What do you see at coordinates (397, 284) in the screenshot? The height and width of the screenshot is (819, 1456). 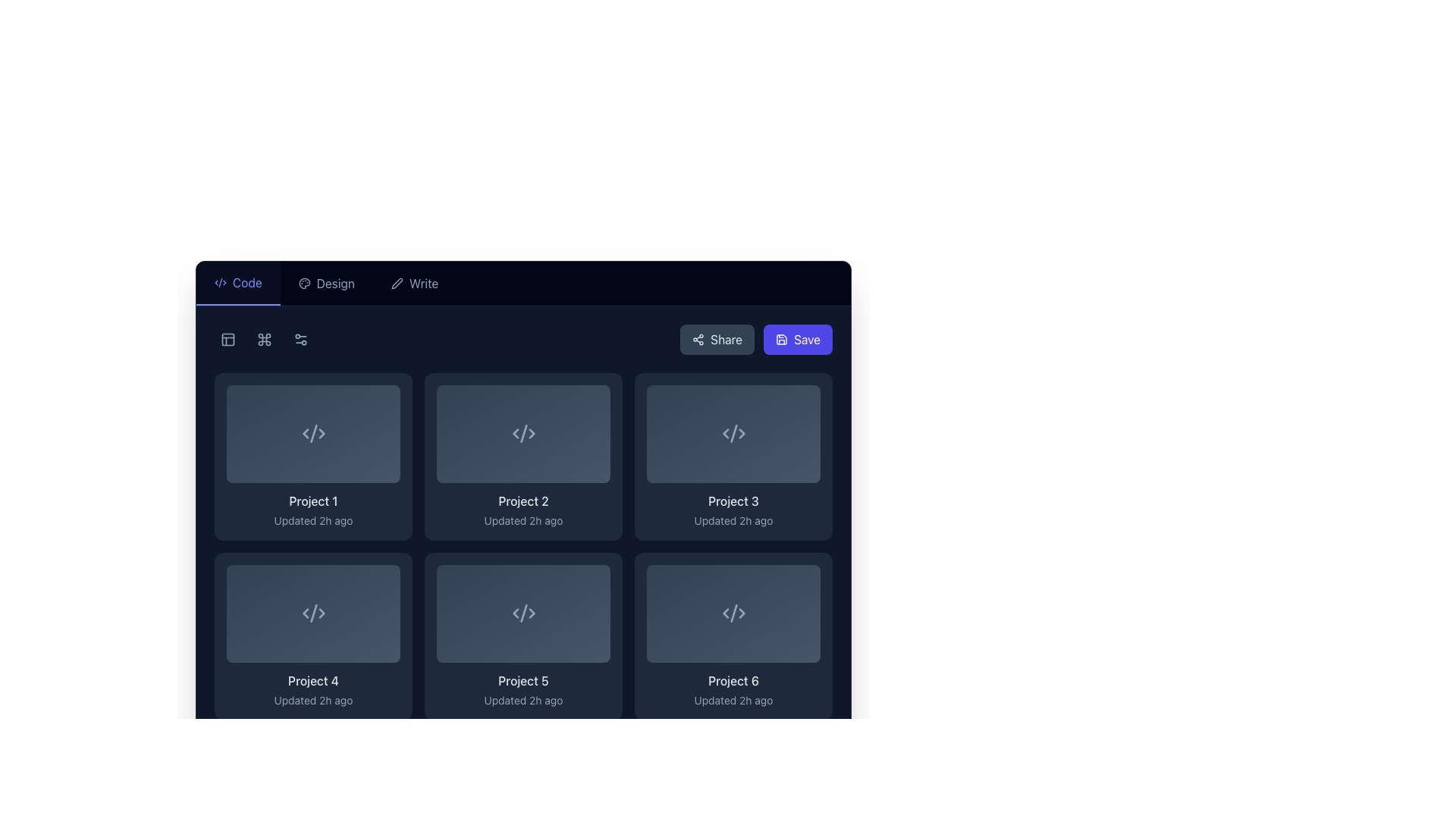 I see `the small pen icon located in the navigation bar to the left of the 'Write' text` at bounding box center [397, 284].